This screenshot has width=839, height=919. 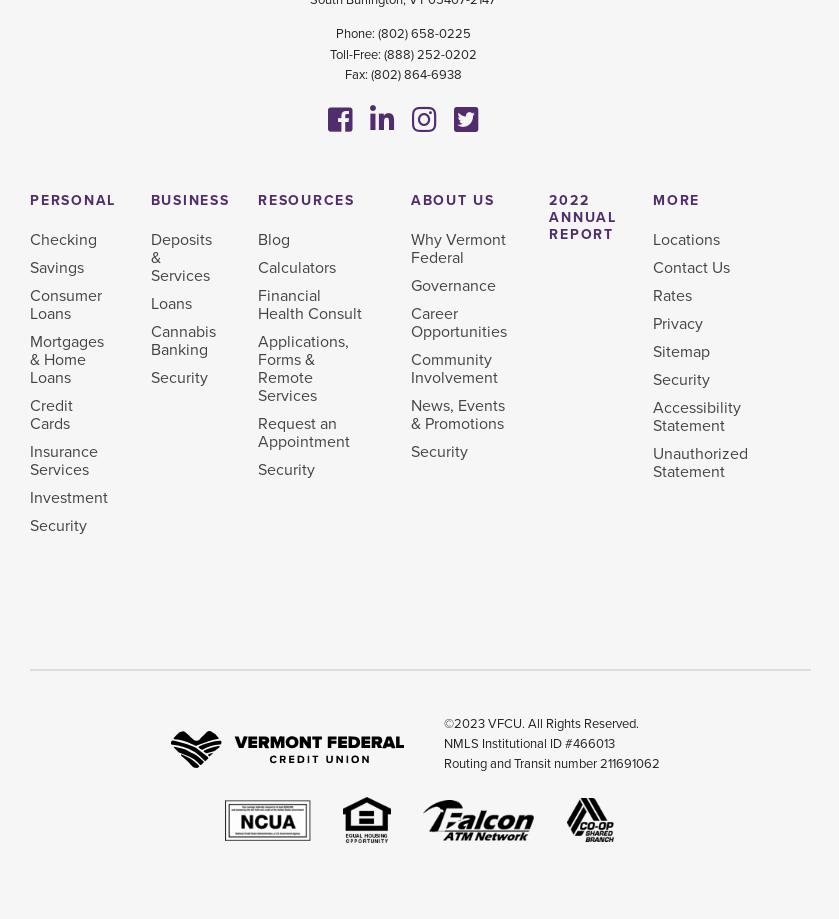 What do you see at coordinates (699, 461) in the screenshot?
I see `'Unauthorized Statement'` at bounding box center [699, 461].